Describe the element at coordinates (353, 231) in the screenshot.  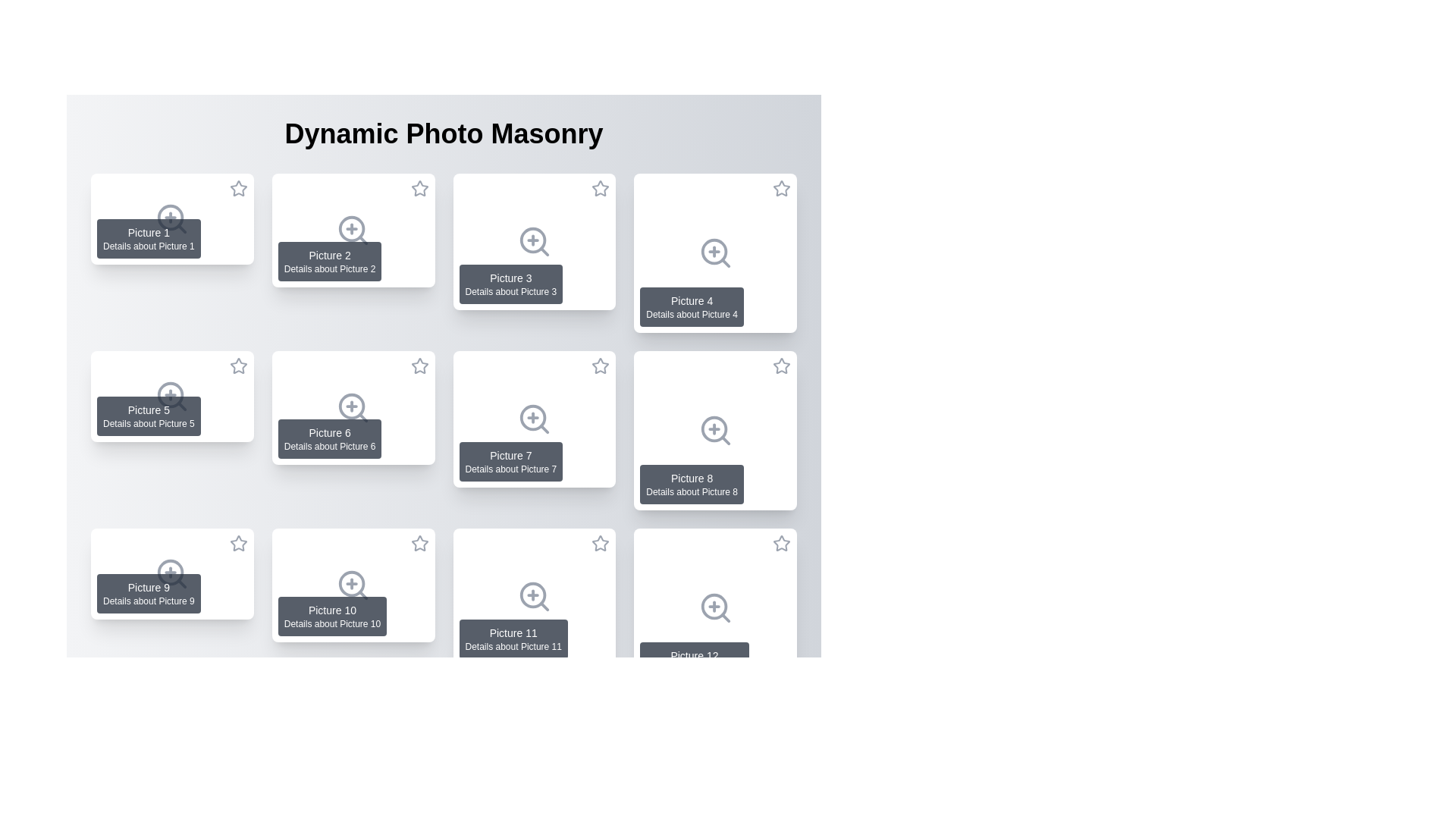
I see `the gray magnifying glass icon with a plus symbol inside it, located on the card labeled 'Picture 2' in the top row, second column` at that location.